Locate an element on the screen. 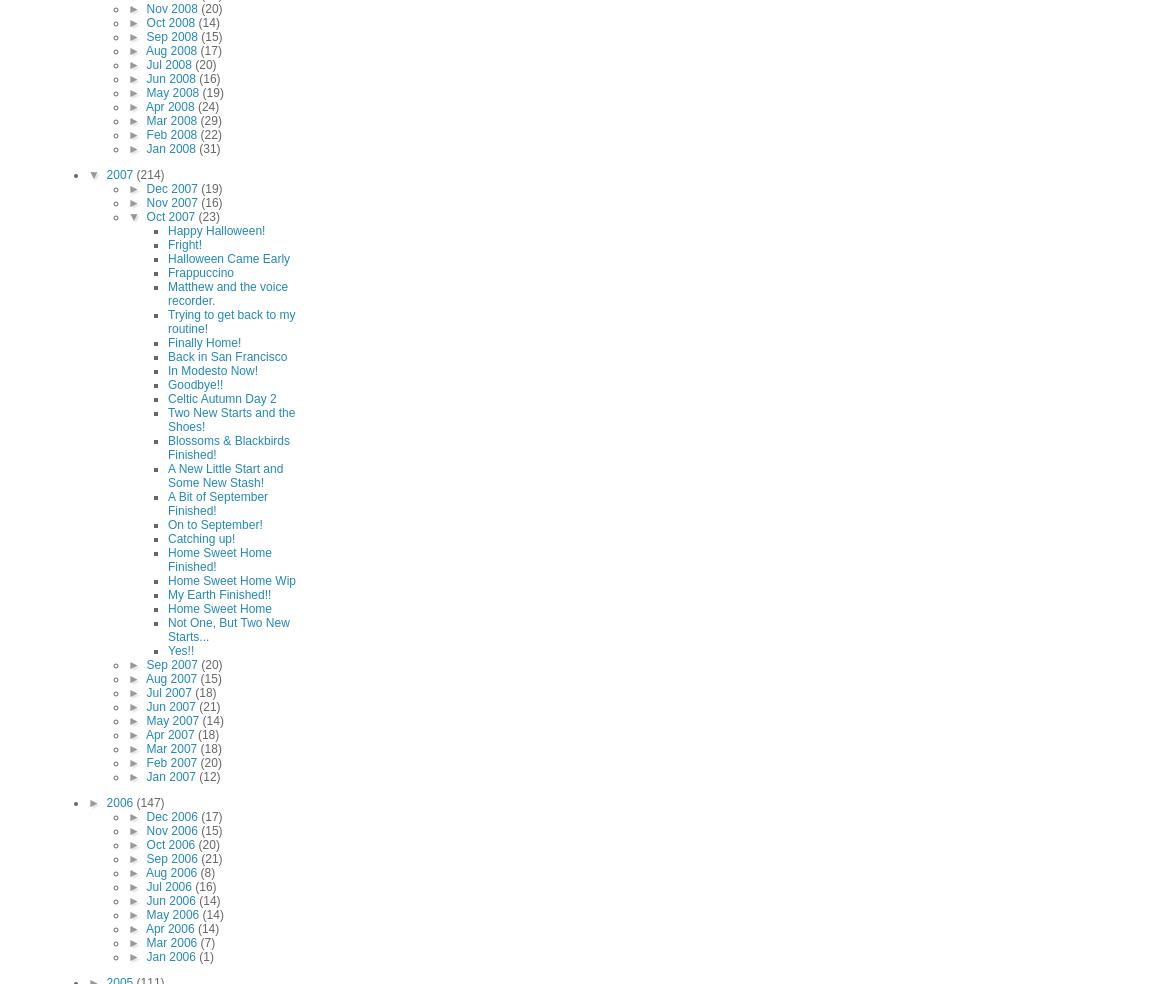 This screenshot has width=1158, height=984. 'A New Little Start and Some New Stash!' is located at coordinates (225, 475).